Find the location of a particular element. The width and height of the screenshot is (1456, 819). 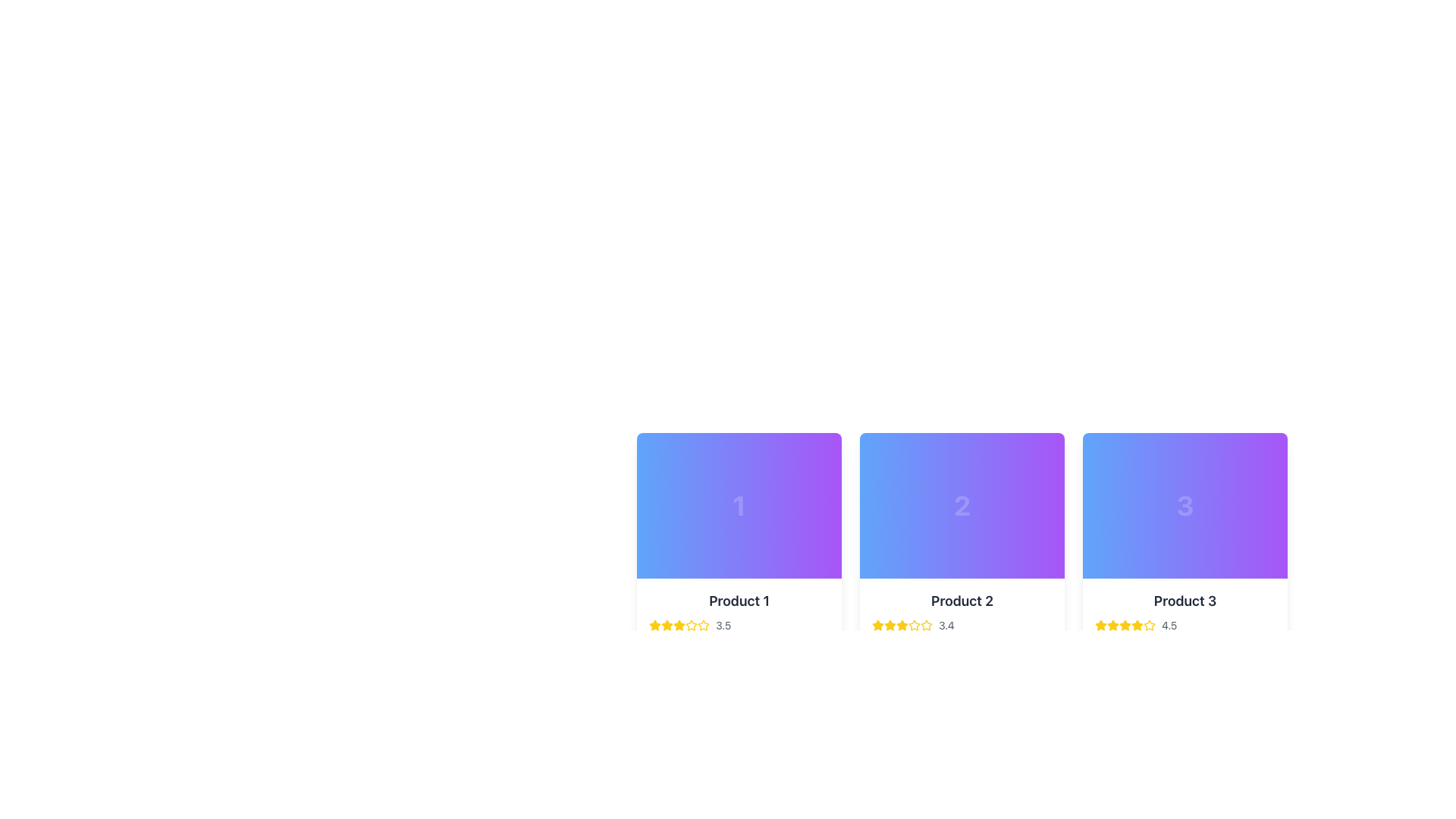

the product title text label located in the middle of a row of three product cards, positioned directly beneath the gradient rectangle and above the star rating system to interact with the product is located at coordinates (961, 601).